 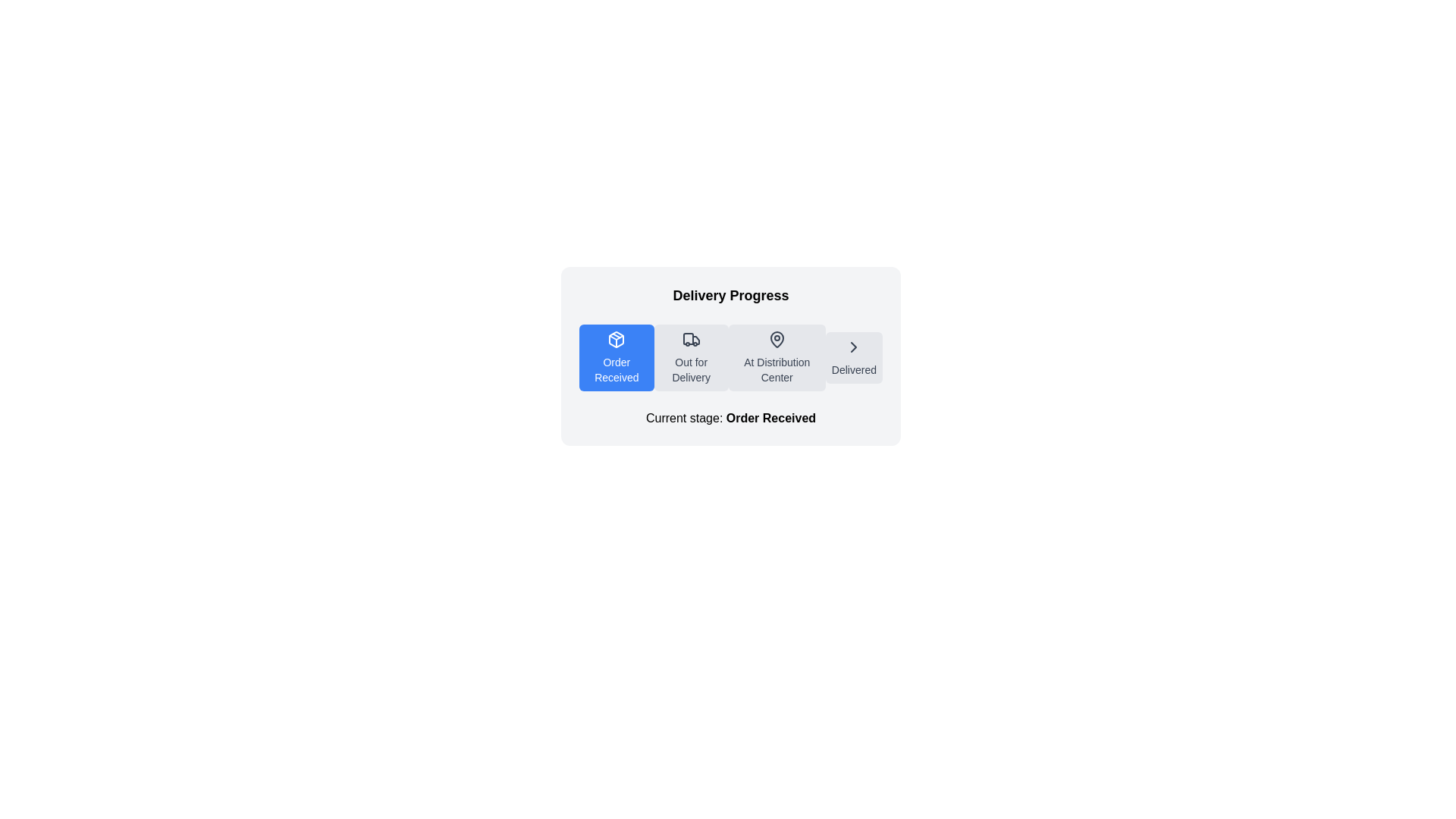 I want to click on map pin icon on the inactive 'At Distribution Center' progress tracker stage indicator button, which has a light gray background and dark gray text, so click(x=777, y=357).